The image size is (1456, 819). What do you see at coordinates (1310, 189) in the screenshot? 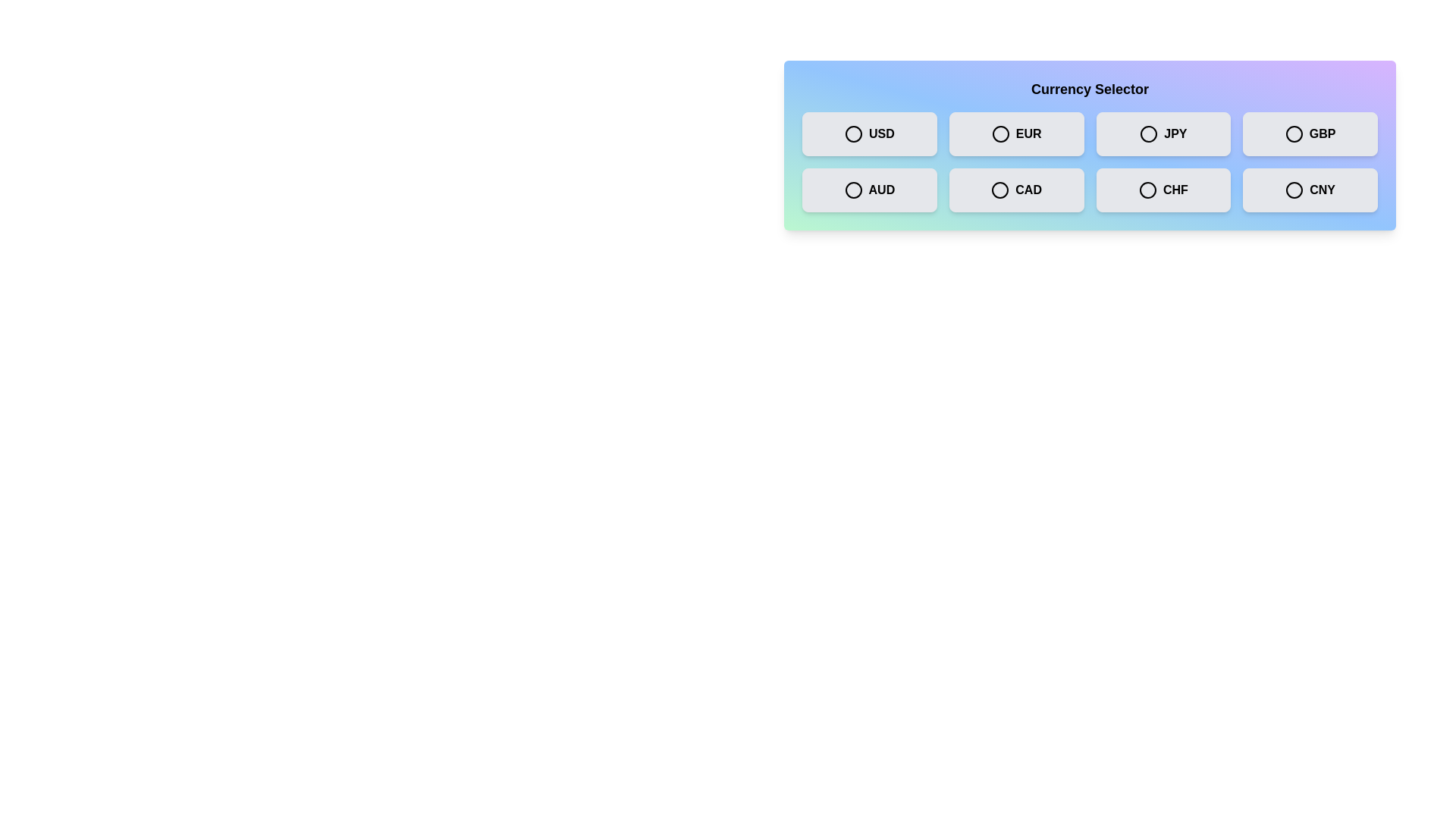
I see `the currency box labeled CNY to observe the hover effect` at bounding box center [1310, 189].